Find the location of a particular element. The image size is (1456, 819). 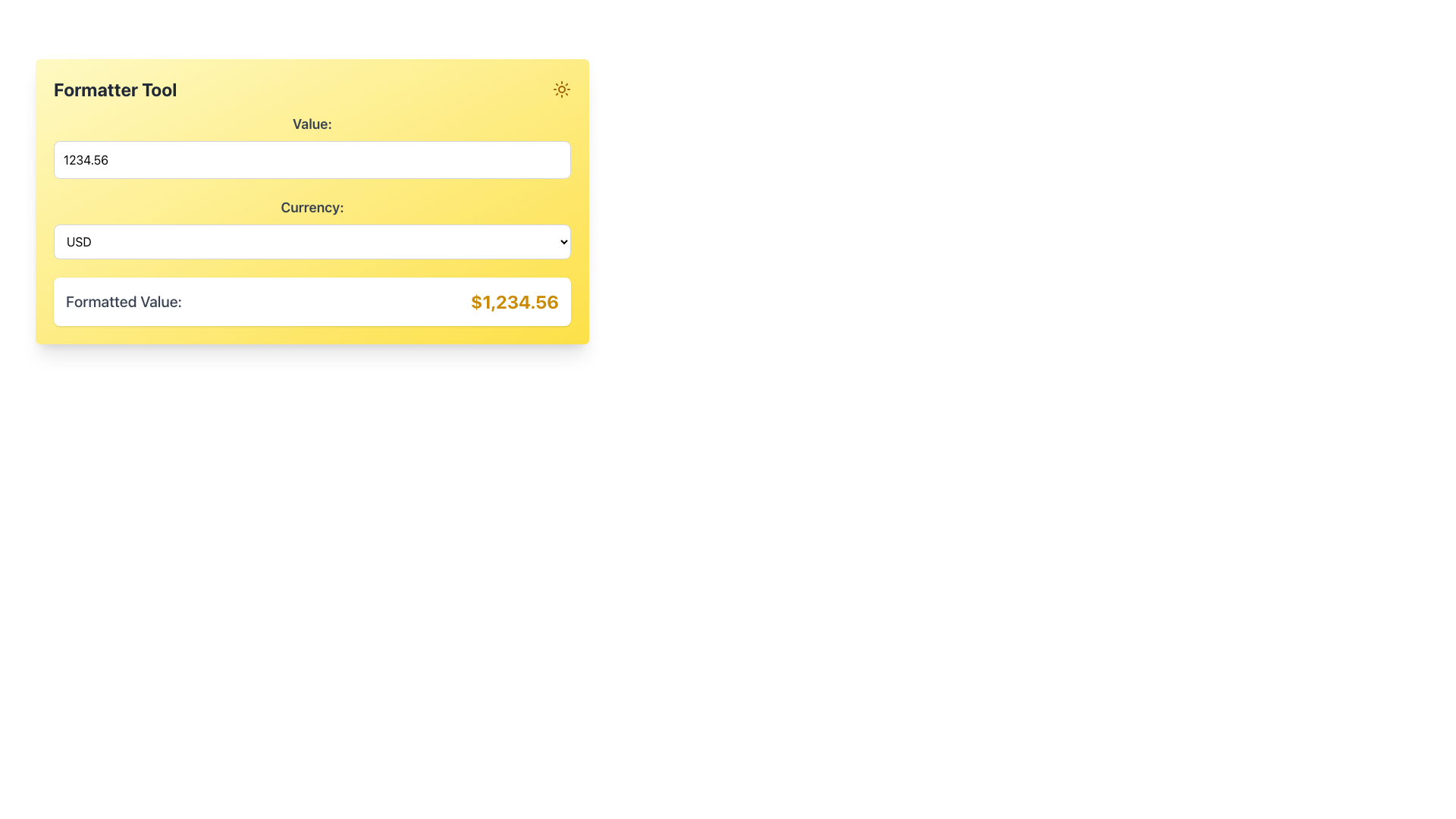

the bold, large-sized text label displaying the monetary value '$1,234.56' in yellow, which is positioned adjacent to the 'Formatted Value:' label is located at coordinates (514, 301).